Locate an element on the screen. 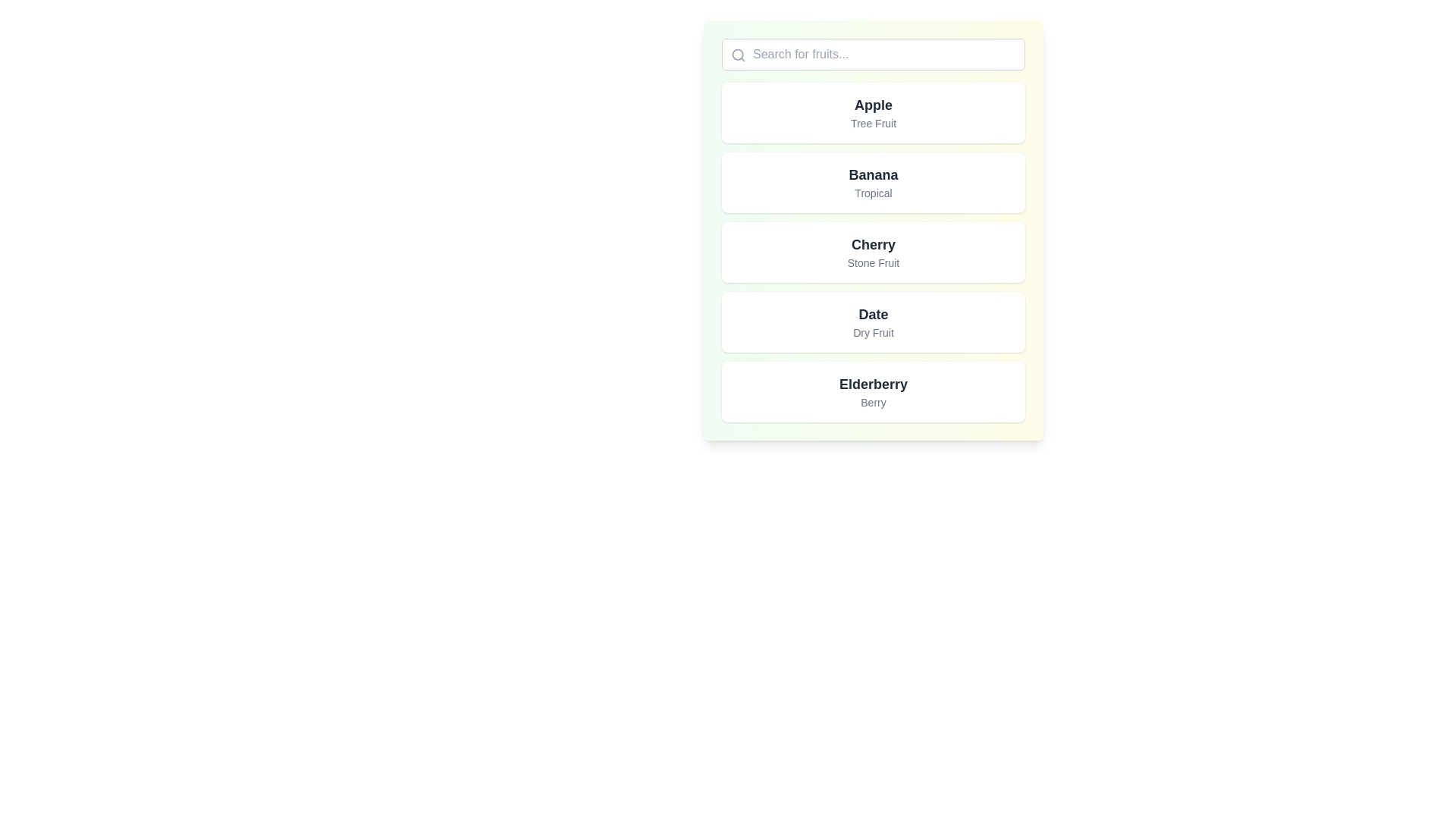  the descriptive label located below the main title 'Apple' within the card in the vertical list is located at coordinates (874, 122).